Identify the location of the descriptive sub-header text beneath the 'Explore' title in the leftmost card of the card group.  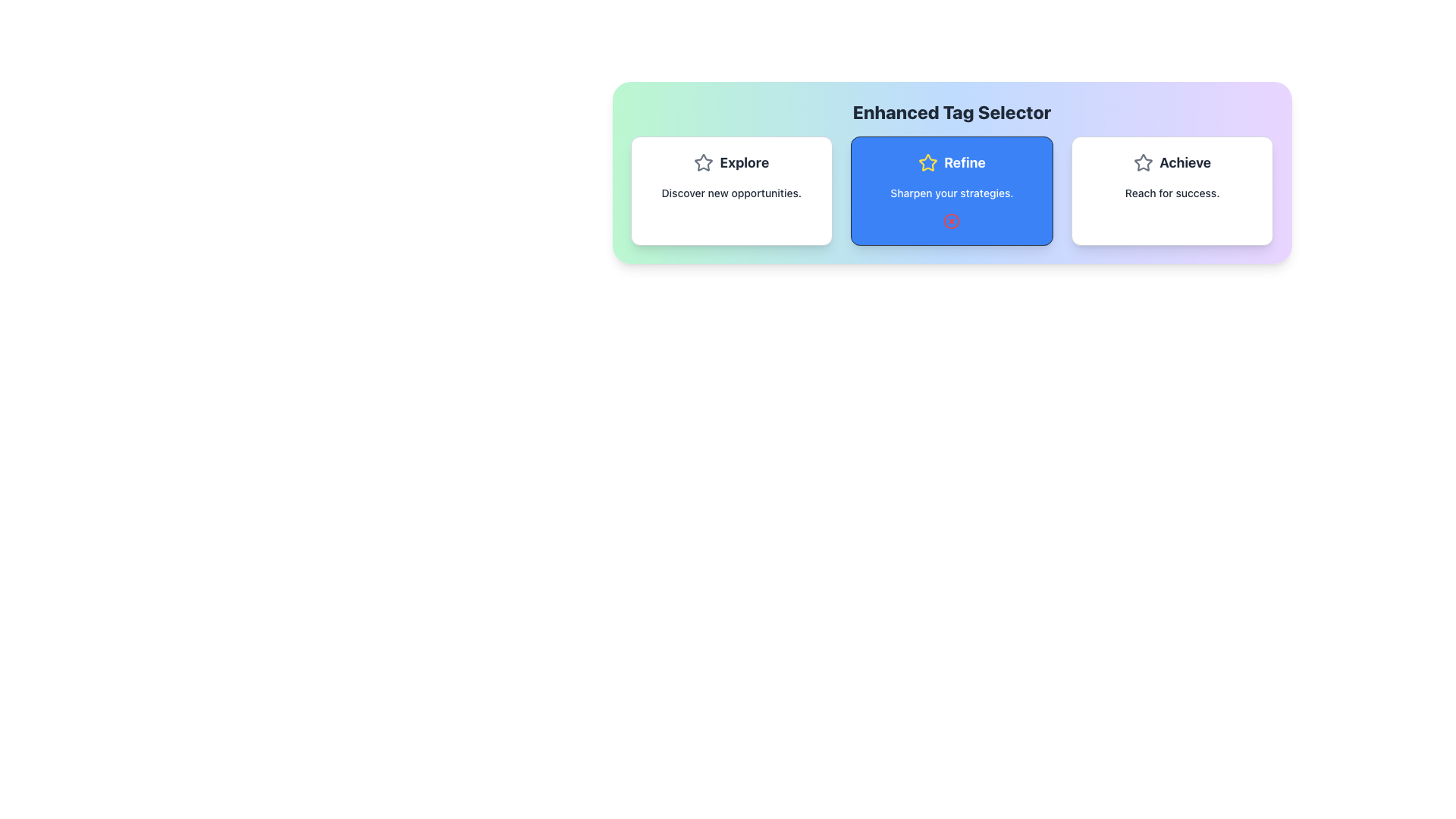
(731, 192).